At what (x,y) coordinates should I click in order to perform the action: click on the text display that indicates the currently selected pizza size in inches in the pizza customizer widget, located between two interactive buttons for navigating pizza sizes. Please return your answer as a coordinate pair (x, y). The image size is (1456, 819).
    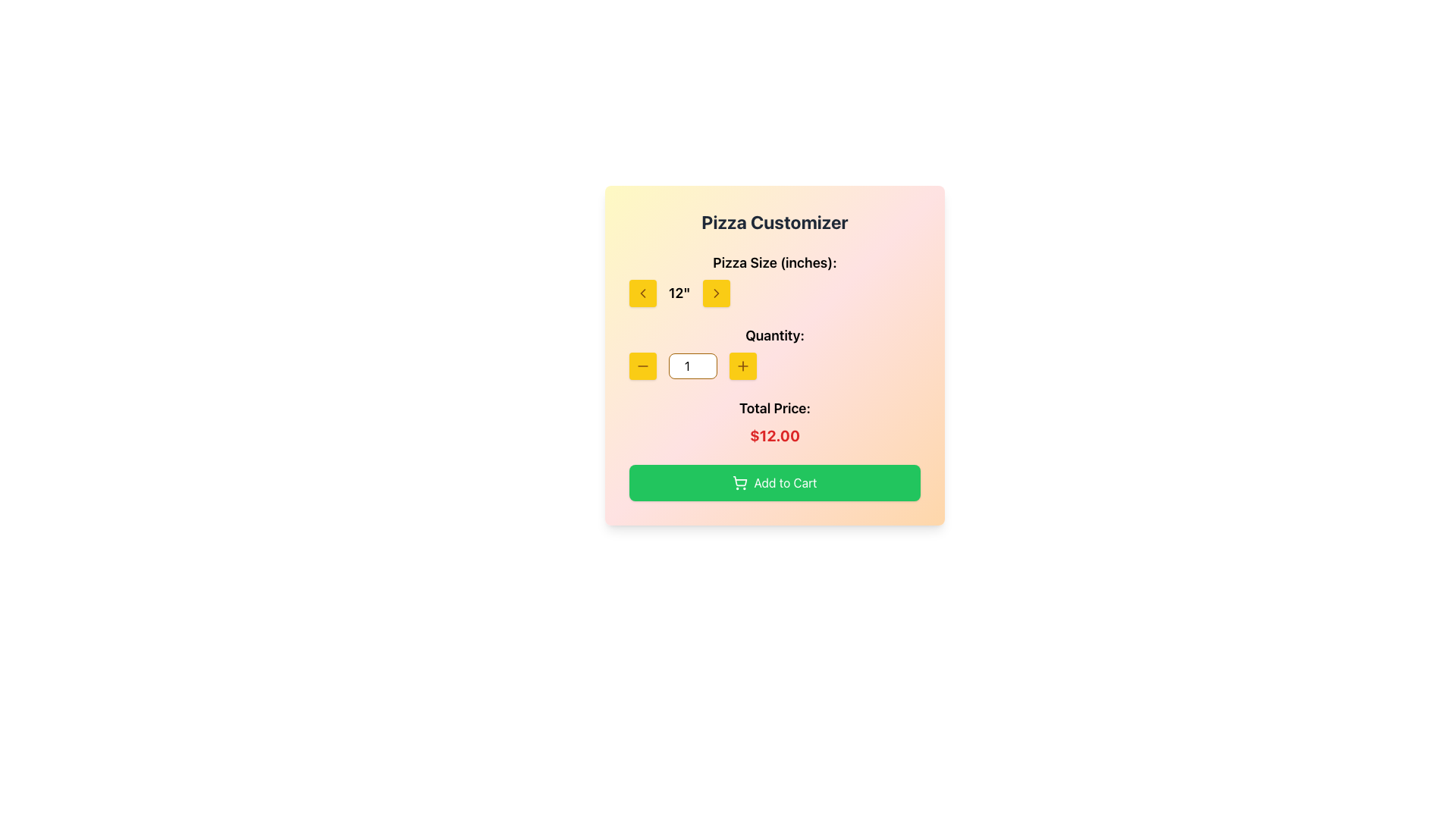
    Looking at the image, I should click on (679, 293).